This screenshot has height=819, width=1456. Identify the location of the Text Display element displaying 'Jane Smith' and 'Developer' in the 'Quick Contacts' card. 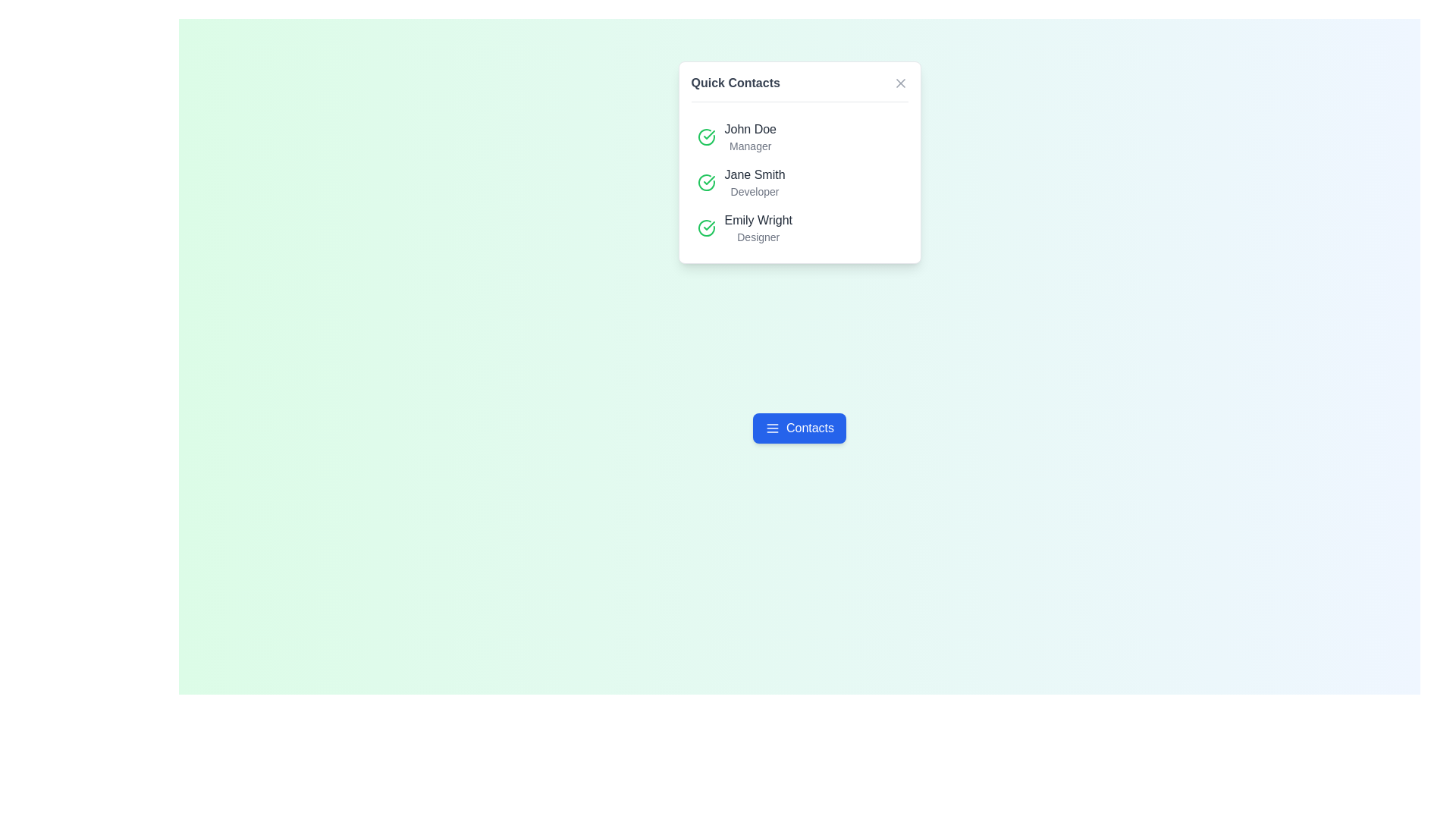
(755, 181).